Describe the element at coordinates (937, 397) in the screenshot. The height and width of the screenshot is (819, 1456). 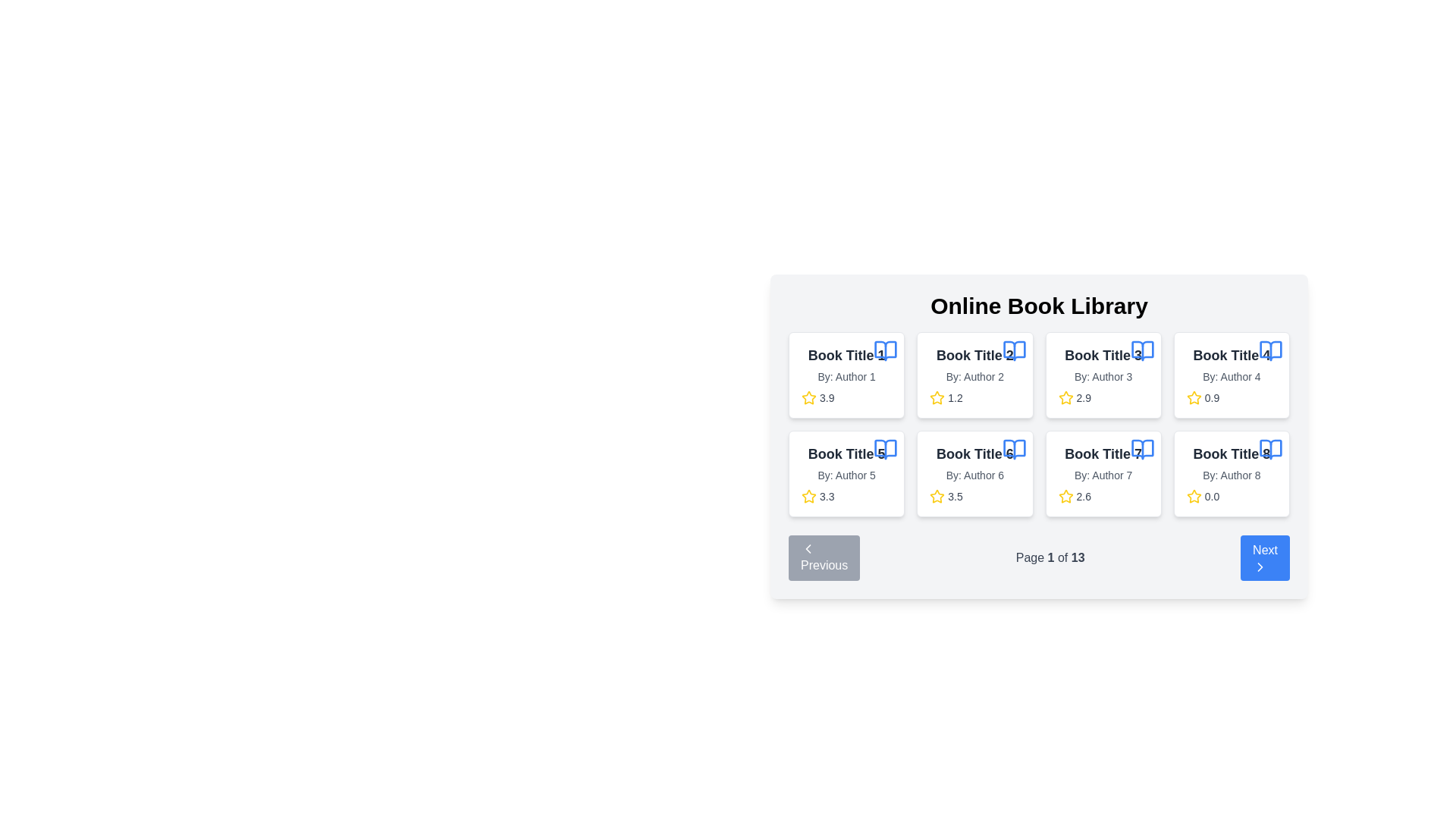
I see `middle star icon with a yellow outline representing the rating of the second book card in the grid` at that location.